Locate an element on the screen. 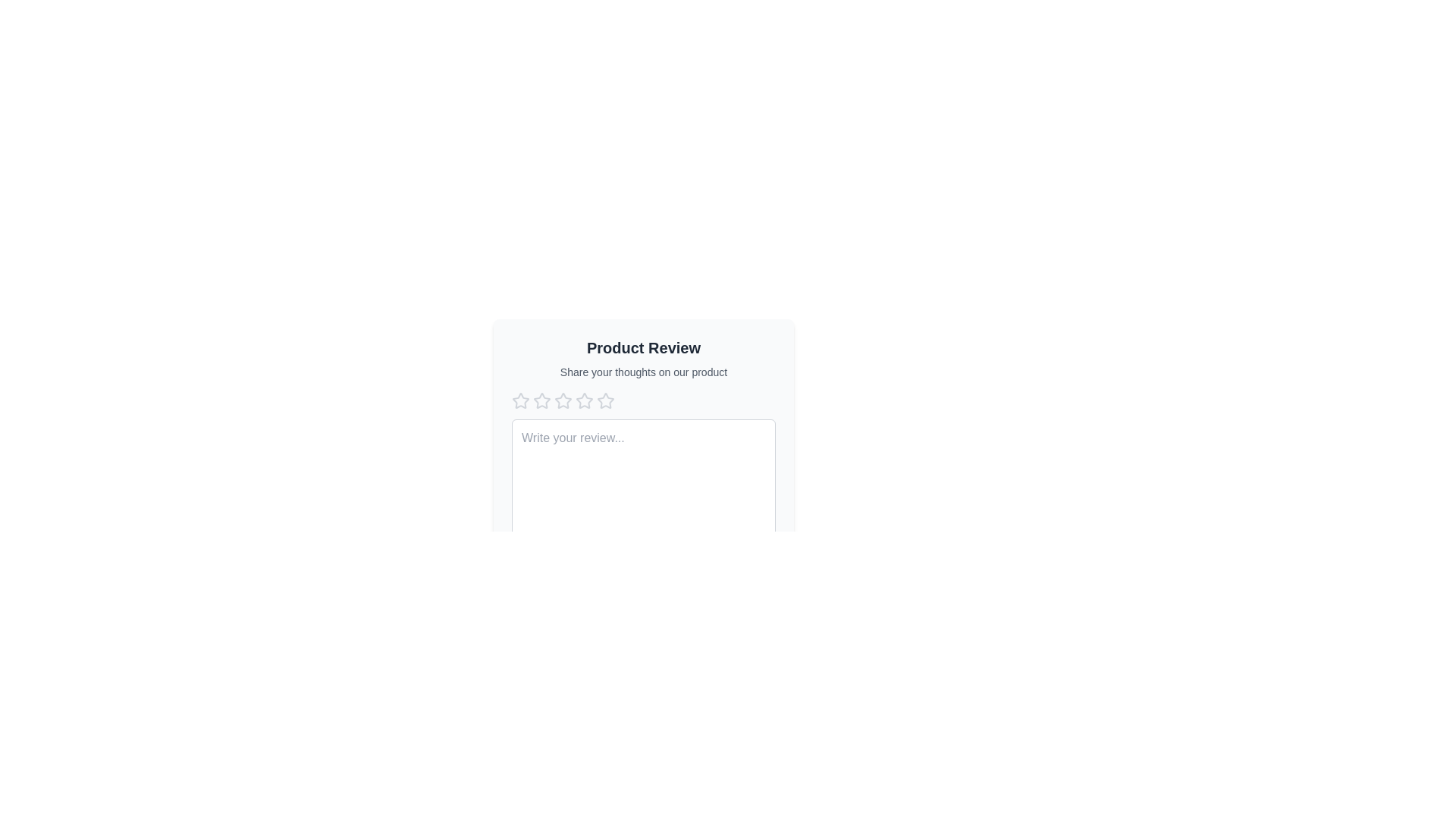  the second star icon in the rating system for product reviews is located at coordinates (563, 400).